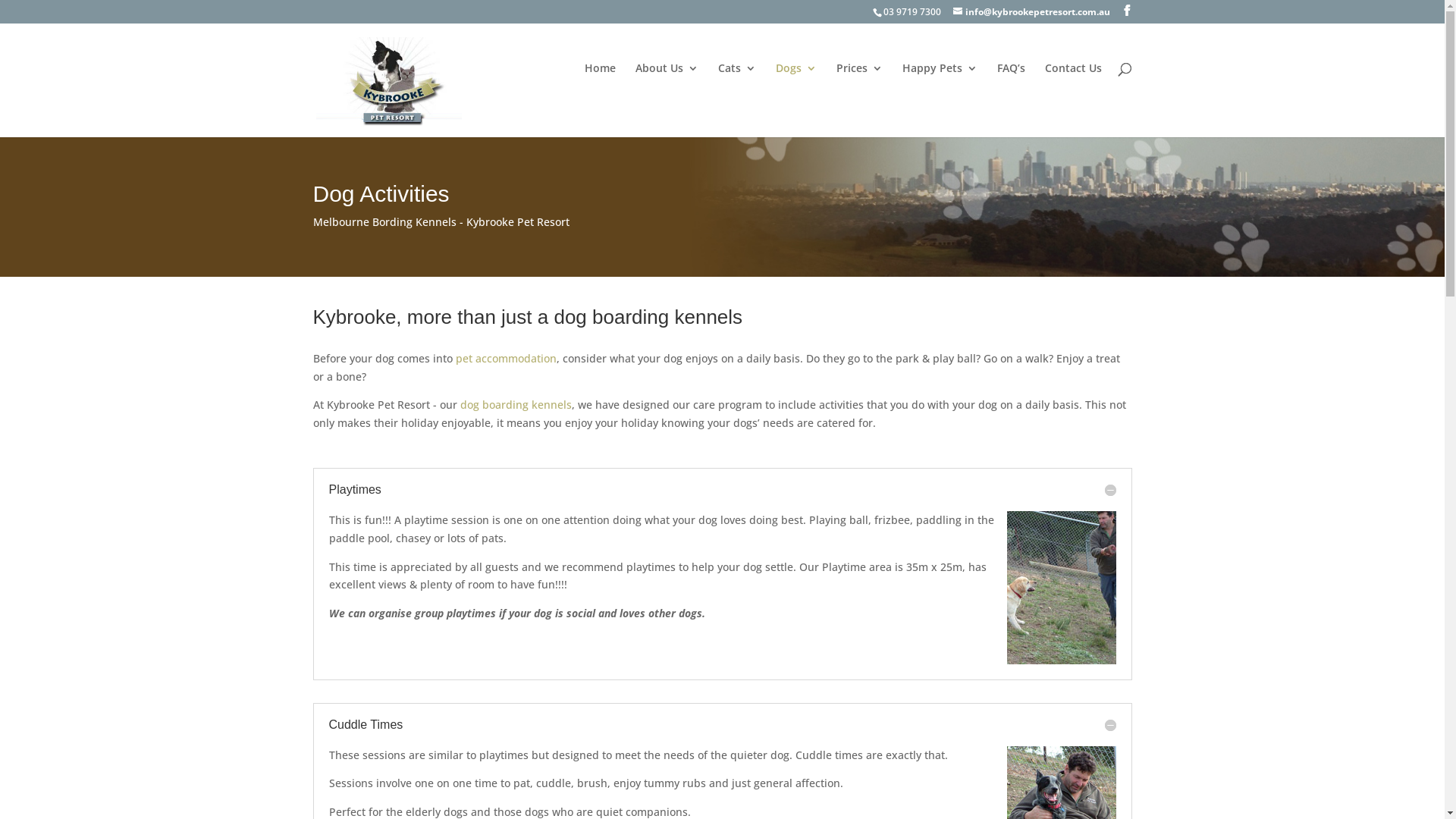  What do you see at coordinates (505, 358) in the screenshot?
I see `'pet accommodation'` at bounding box center [505, 358].